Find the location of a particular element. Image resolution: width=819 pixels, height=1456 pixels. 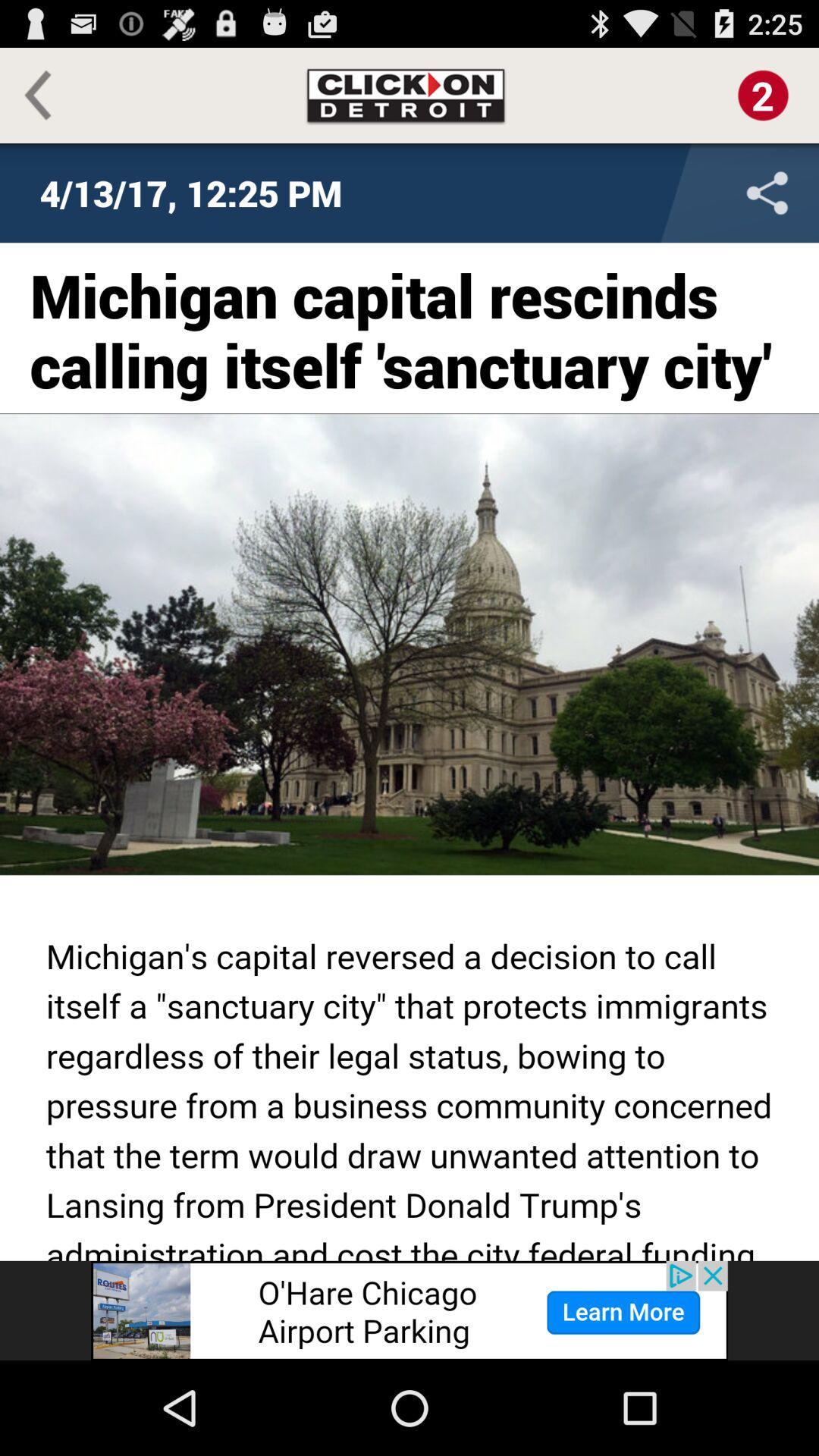

open advertisement is located at coordinates (409, 1310).